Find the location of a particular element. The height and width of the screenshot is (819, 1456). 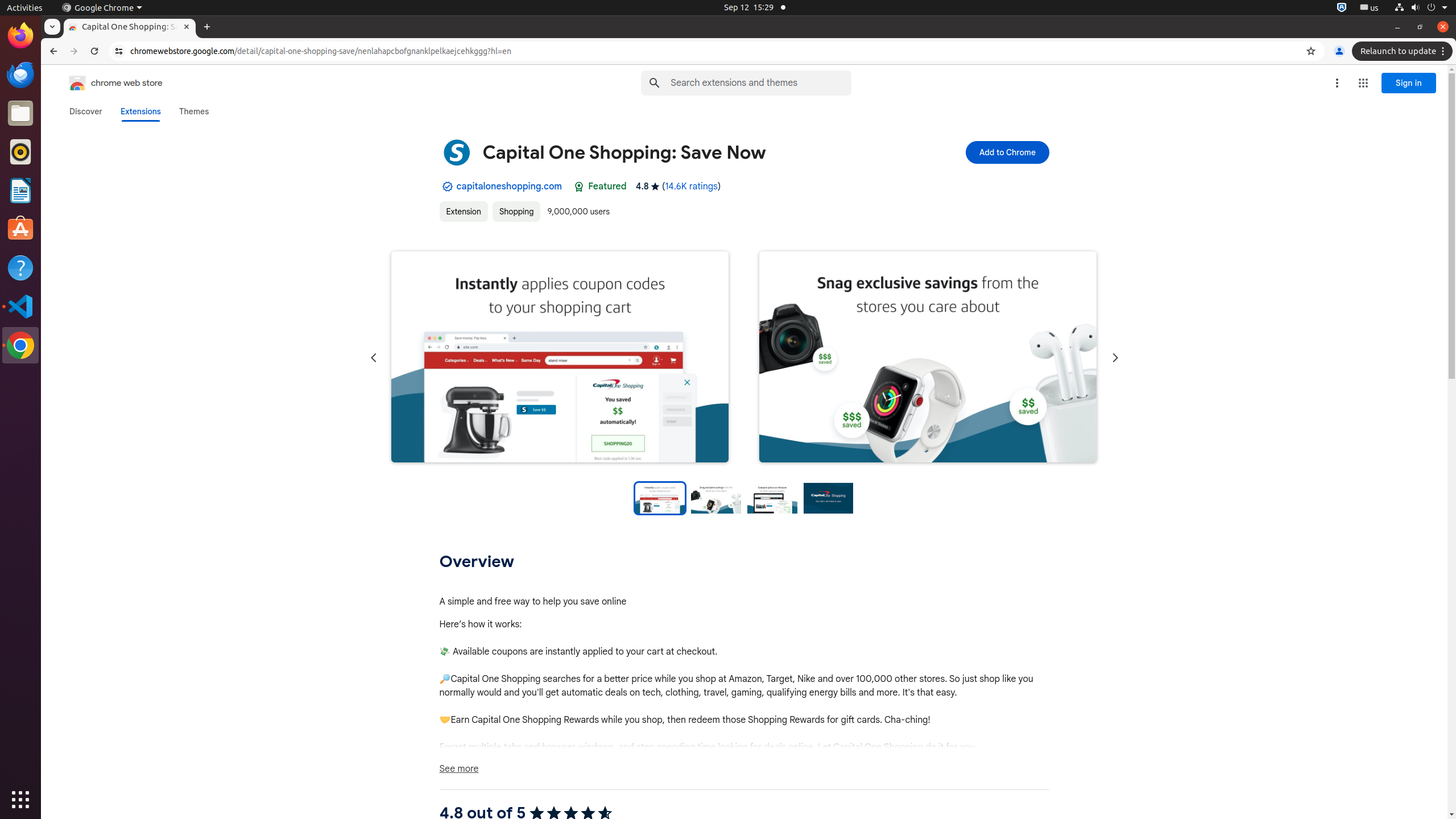

'Add to Chrome' is located at coordinates (1007, 152).